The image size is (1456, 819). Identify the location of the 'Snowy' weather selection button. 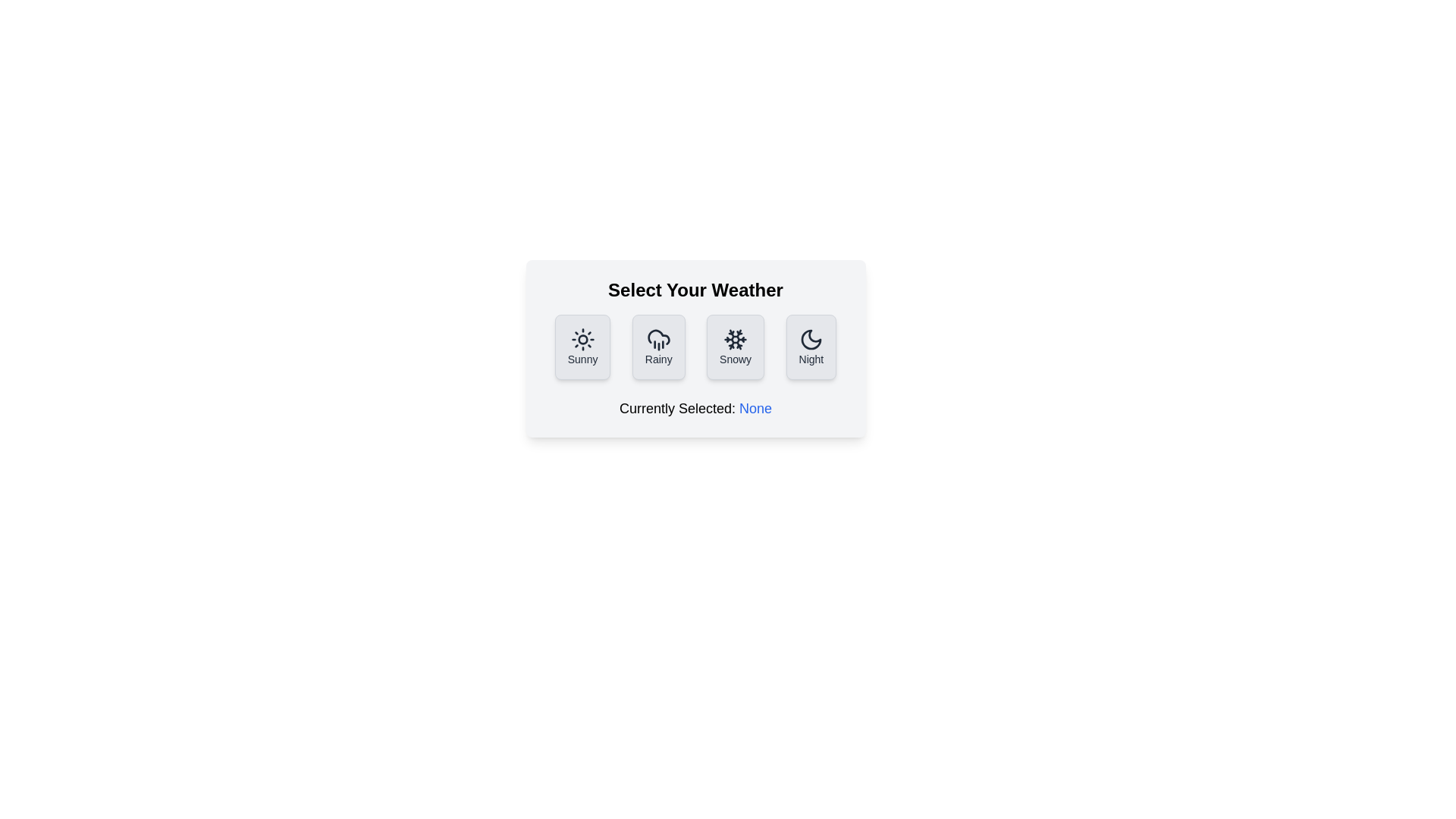
(736, 347).